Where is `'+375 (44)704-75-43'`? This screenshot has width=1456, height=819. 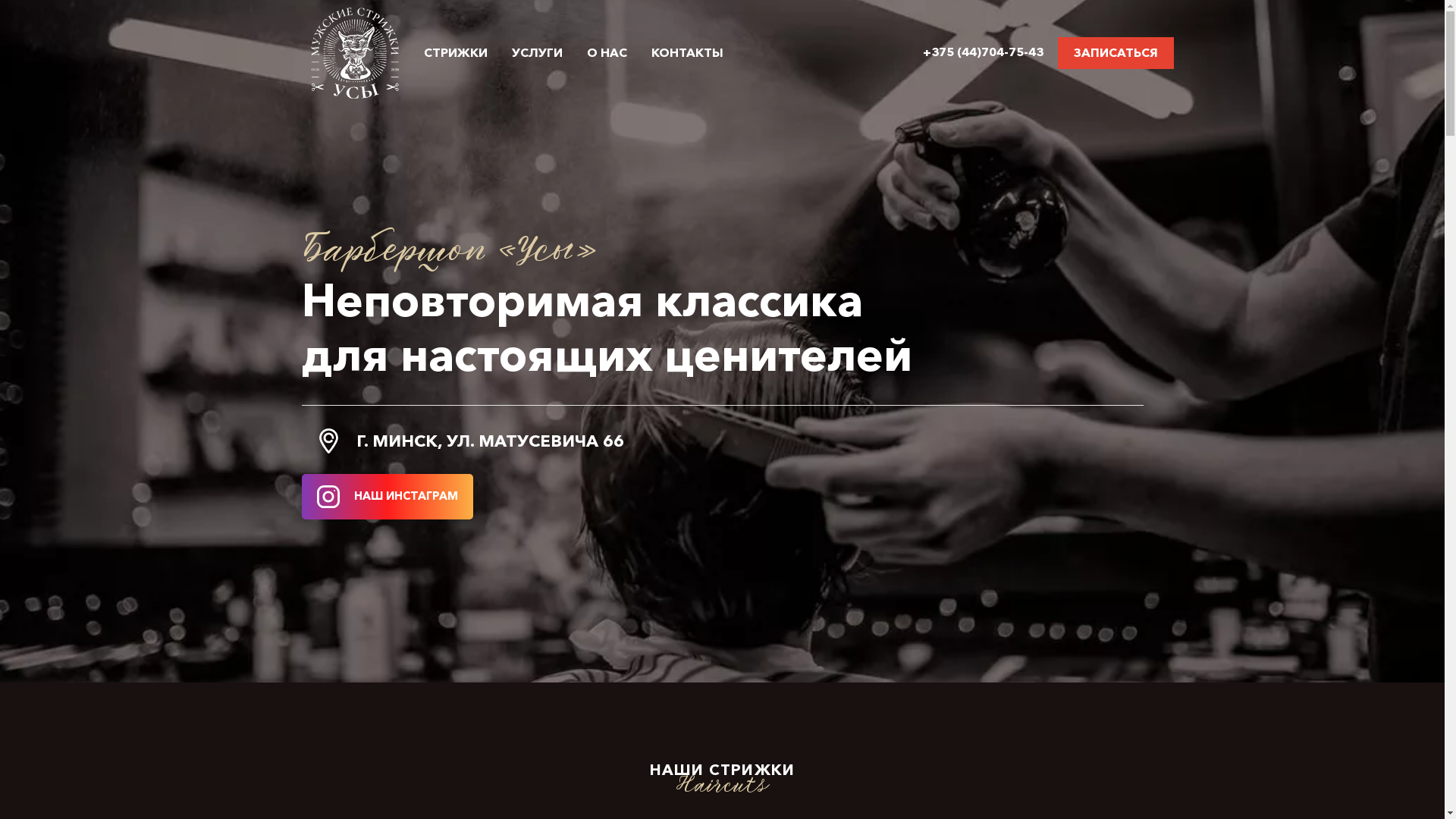
'+375 (44)704-75-43' is located at coordinates (984, 51).